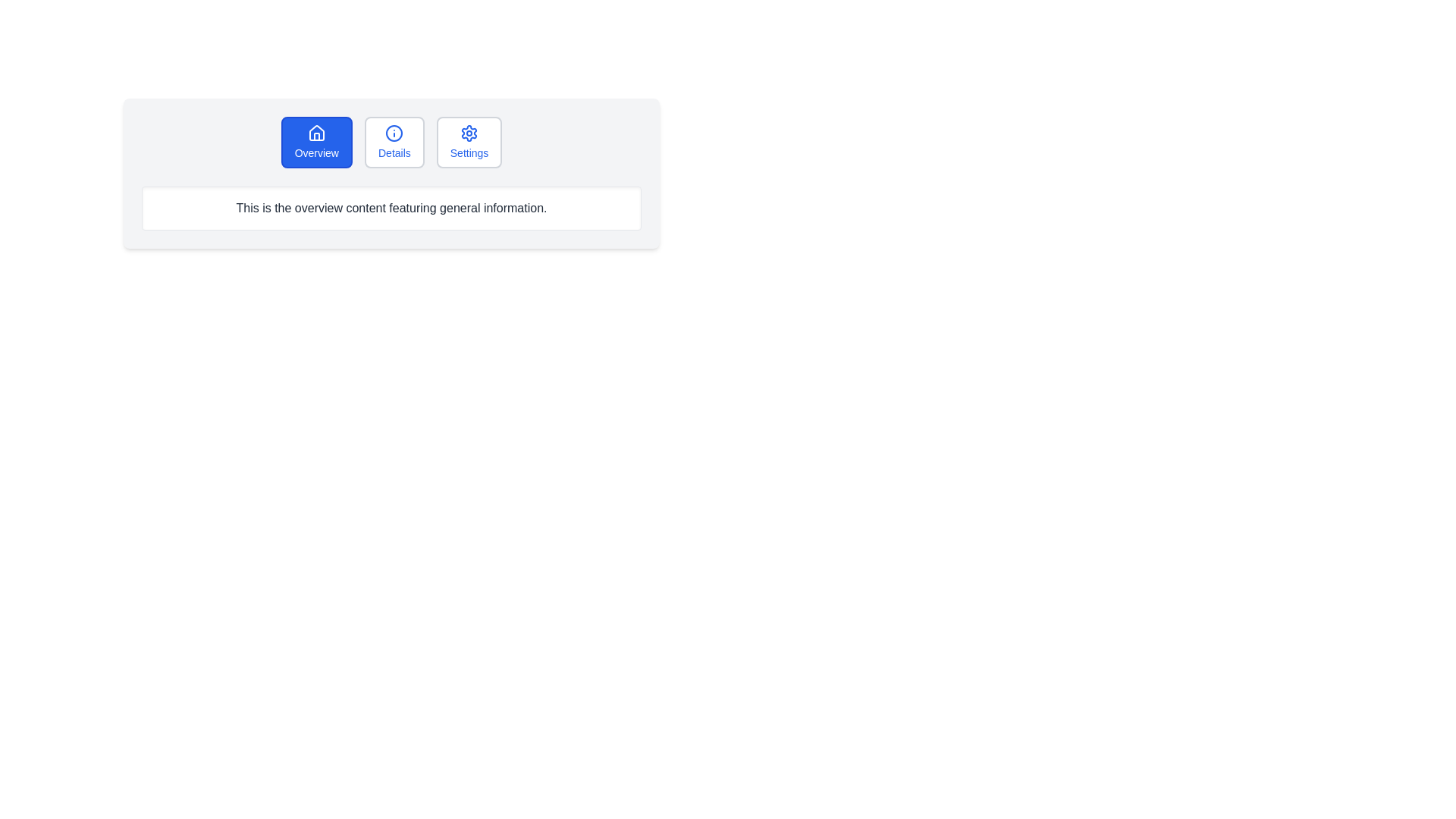 This screenshot has height=819, width=1456. I want to click on the Overview tab to observe the hover effect, so click(315, 143).